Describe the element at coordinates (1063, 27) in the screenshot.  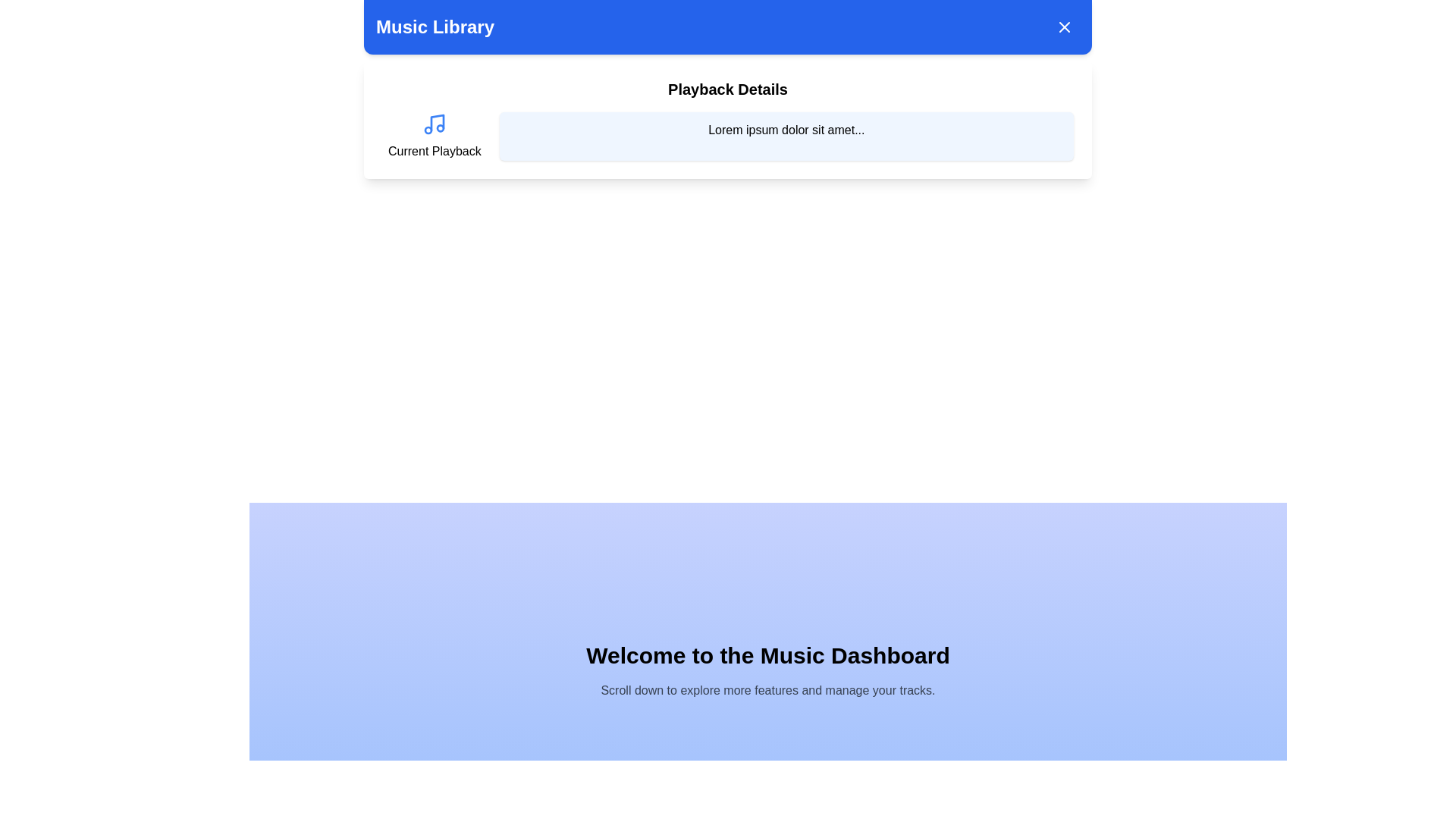
I see `the close icon represented by a small diagonal line forming an X shape in the top-right corner of the blue header bar labeled 'Music Library'` at that location.